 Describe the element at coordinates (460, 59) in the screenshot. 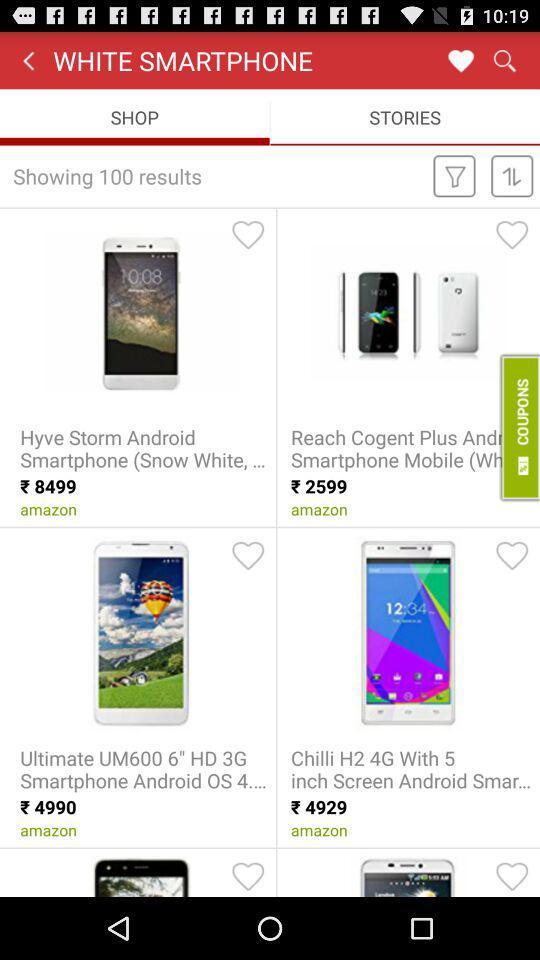

I see `heart button` at that location.